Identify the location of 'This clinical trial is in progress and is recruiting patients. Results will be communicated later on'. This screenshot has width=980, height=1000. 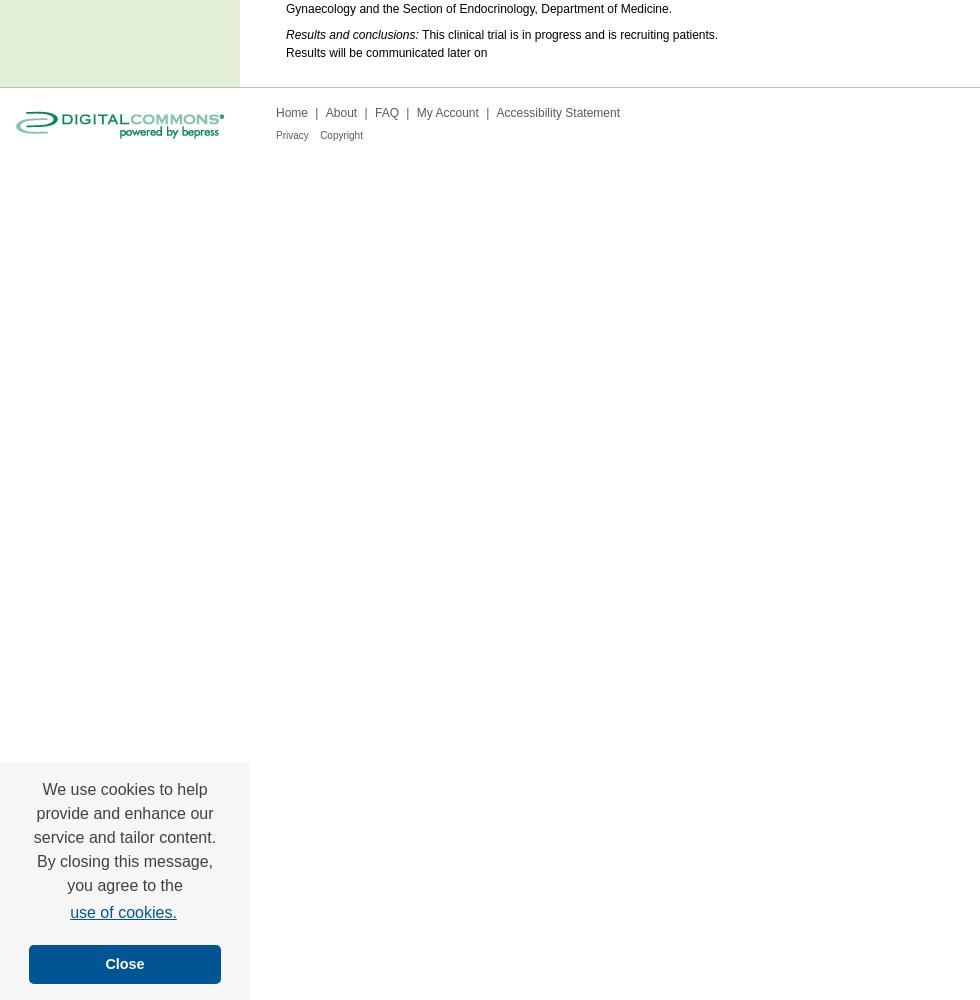
(501, 44).